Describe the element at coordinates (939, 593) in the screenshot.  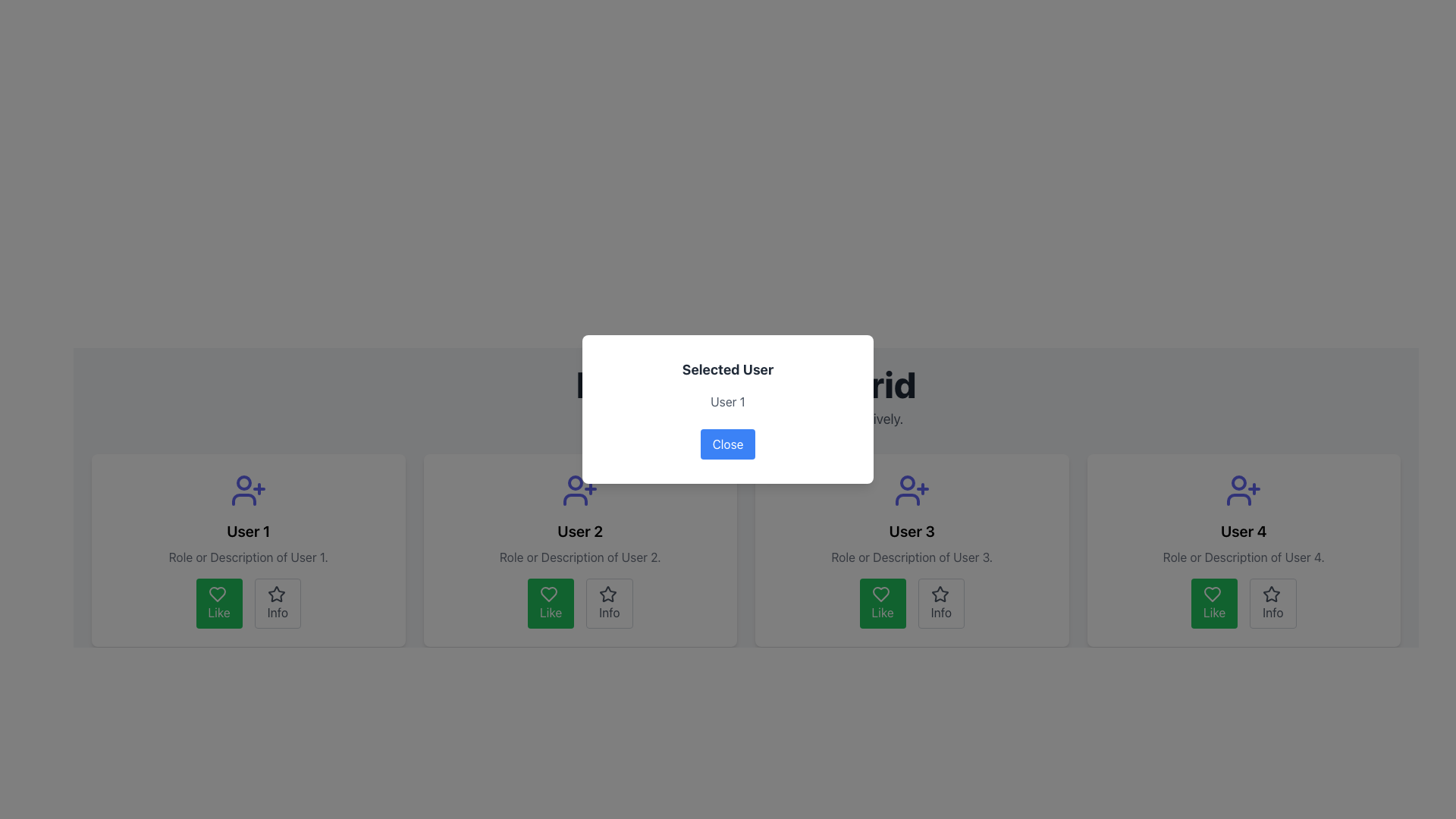
I see `the star icon 'Info' button located in the card for 'User 3', positioned to the right of the green 'Like' button` at that location.